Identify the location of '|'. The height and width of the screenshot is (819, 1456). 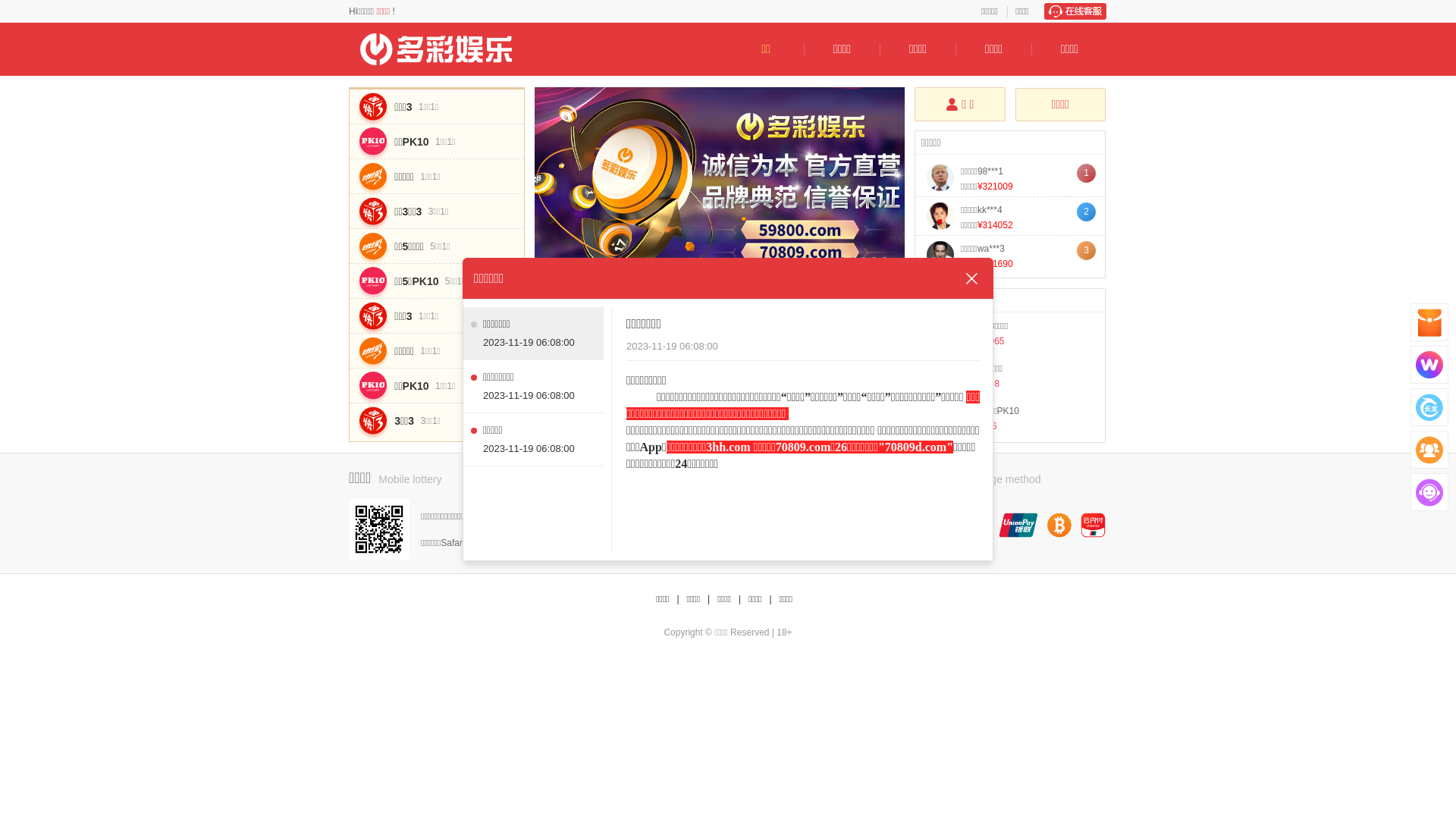
(708, 598).